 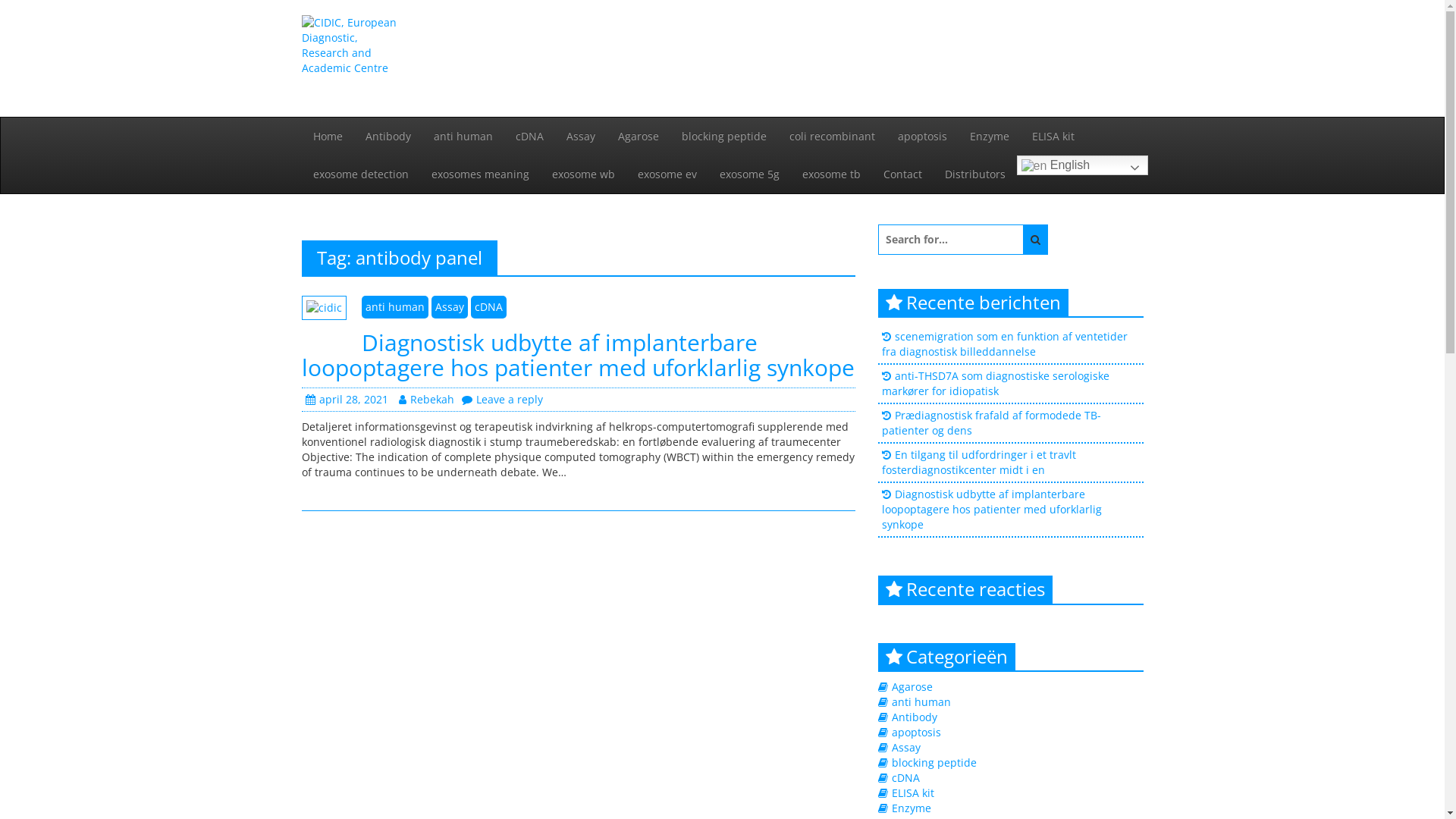 I want to click on 'exosome 5g', so click(x=749, y=174).